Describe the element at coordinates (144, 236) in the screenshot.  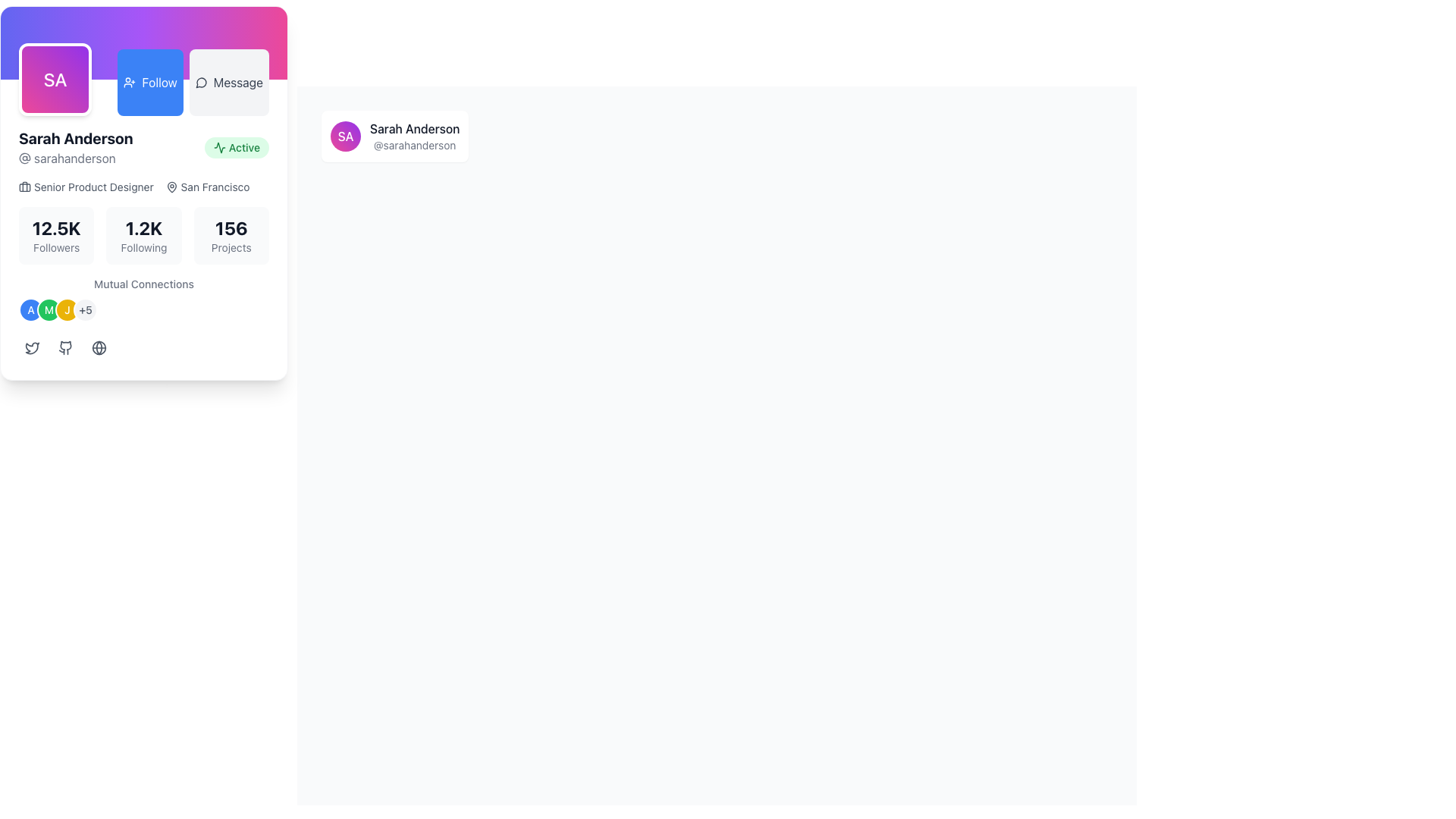
I see `the middle Text display block that shows '1.2K' on top and 'Following' below, which is part of a three-column layout in a profile card` at that location.